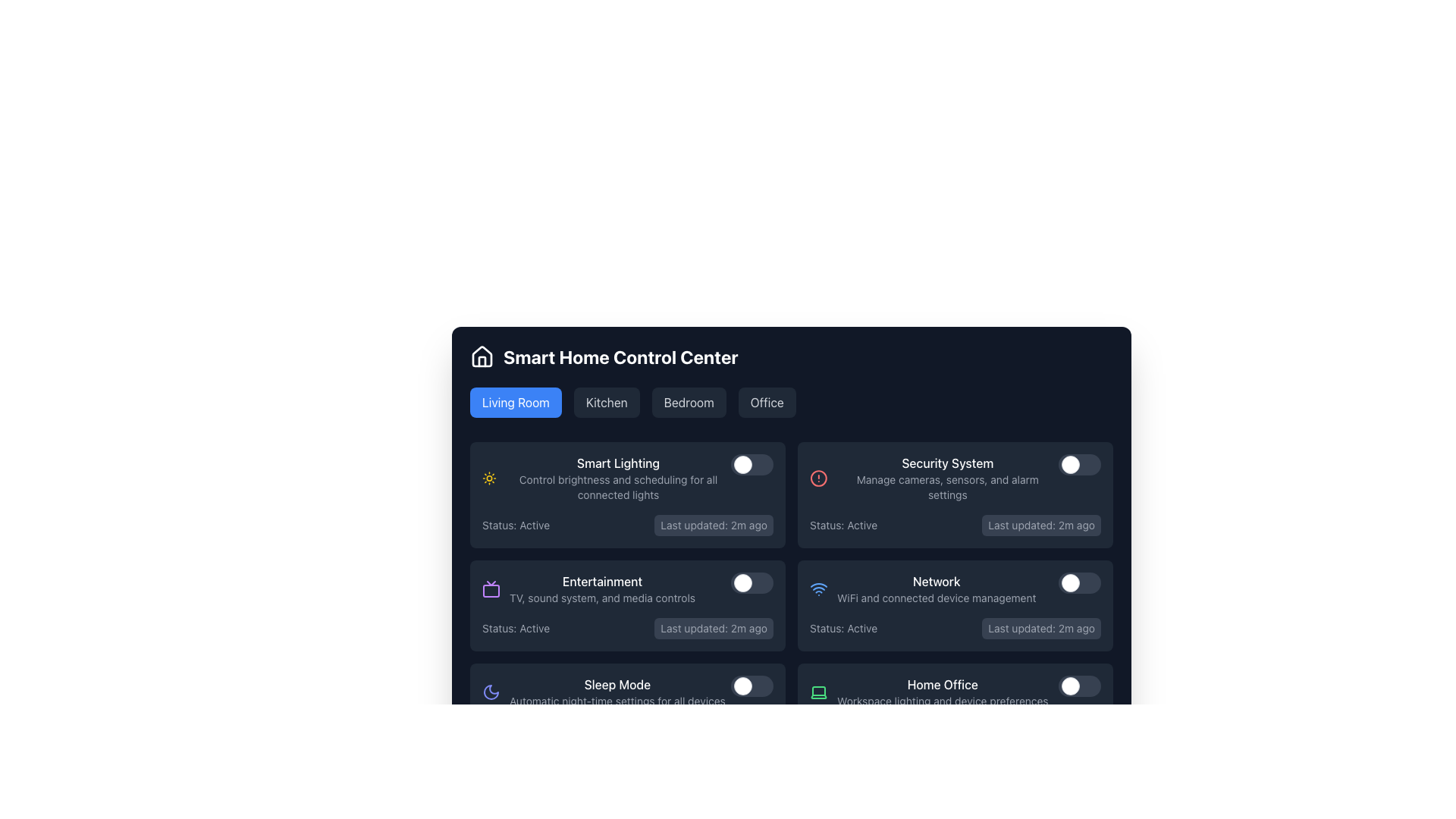 The height and width of the screenshot is (819, 1456). What do you see at coordinates (942, 701) in the screenshot?
I see `the static text element providing descriptive information about the 'Home Office' section, positioned directly below the 'Home Office' header text` at bounding box center [942, 701].